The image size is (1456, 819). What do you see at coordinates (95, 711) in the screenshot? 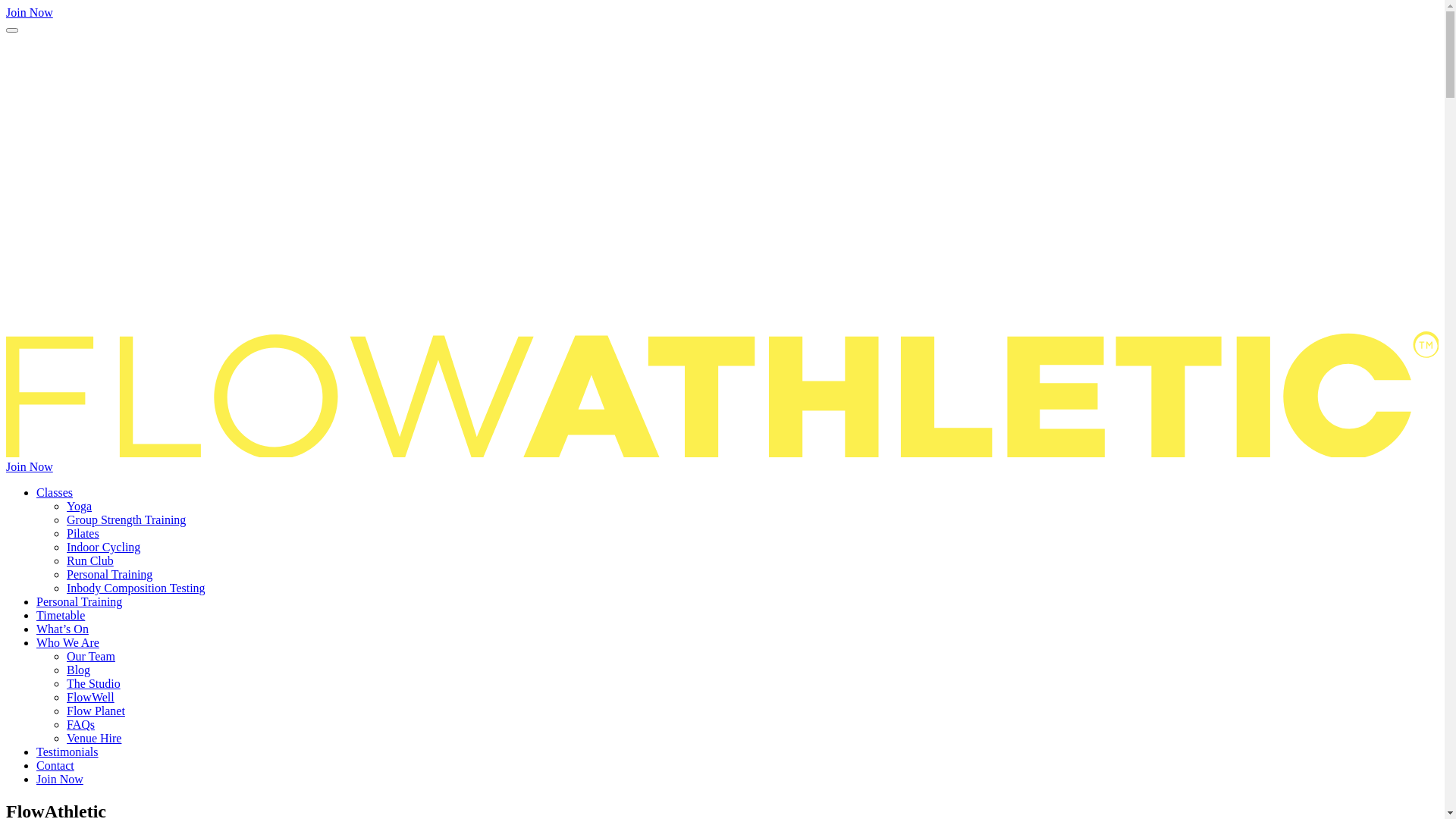
I see `'Flow Planet'` at bounding box center [95, 711].